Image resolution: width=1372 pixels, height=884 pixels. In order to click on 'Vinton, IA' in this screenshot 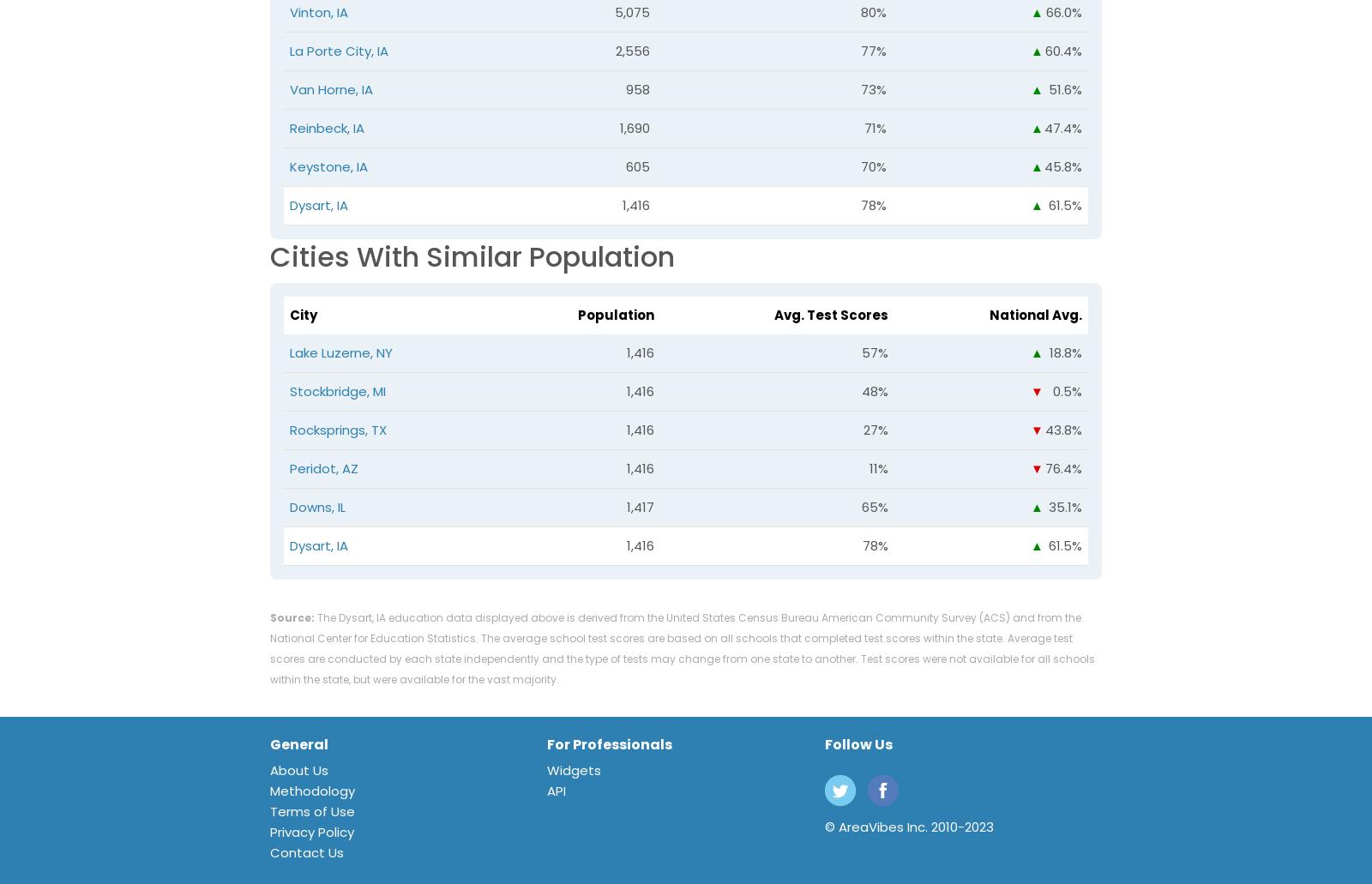, I will do `click(319, 11)`.